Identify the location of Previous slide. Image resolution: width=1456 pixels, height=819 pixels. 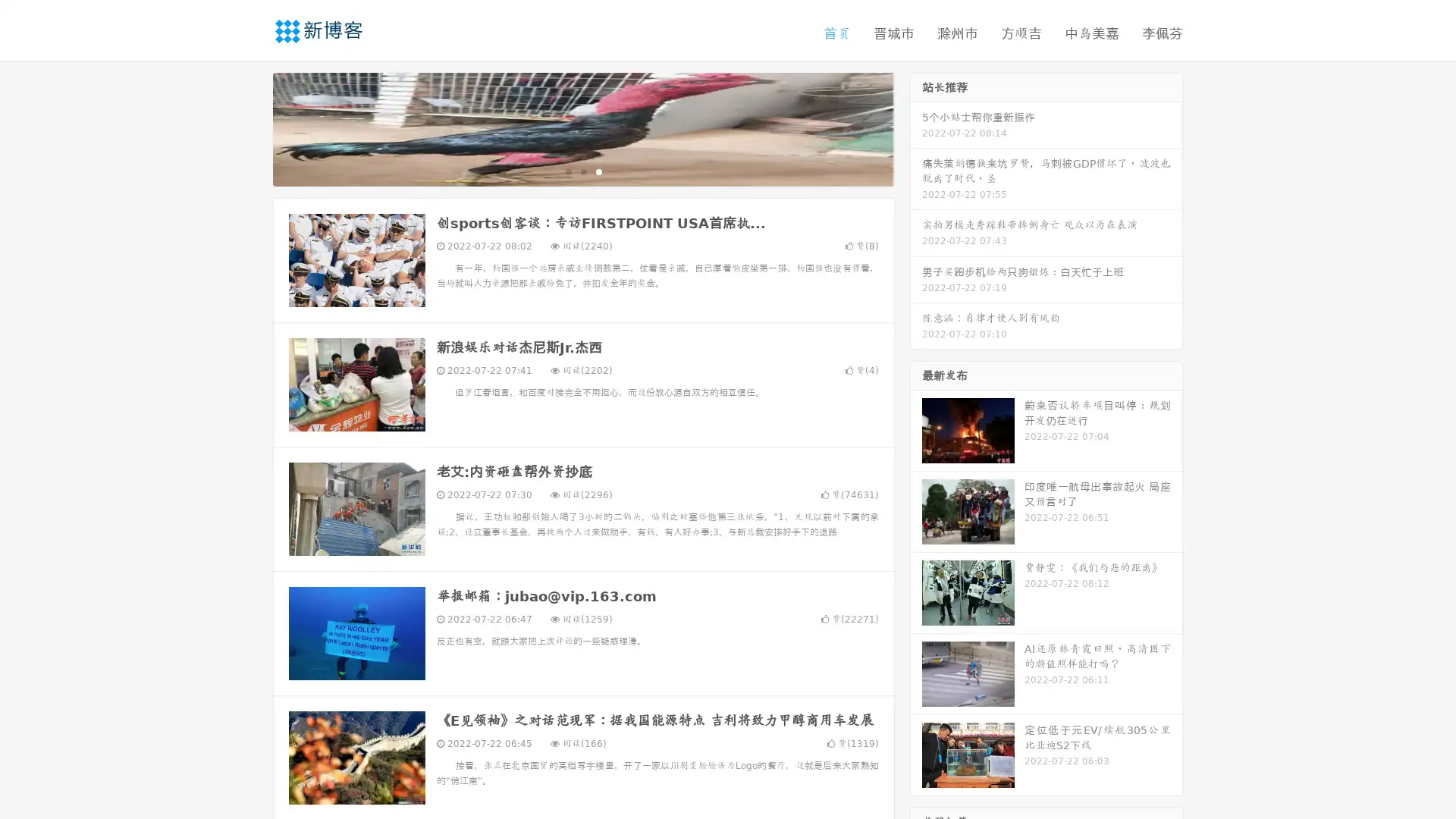
(250, 127).